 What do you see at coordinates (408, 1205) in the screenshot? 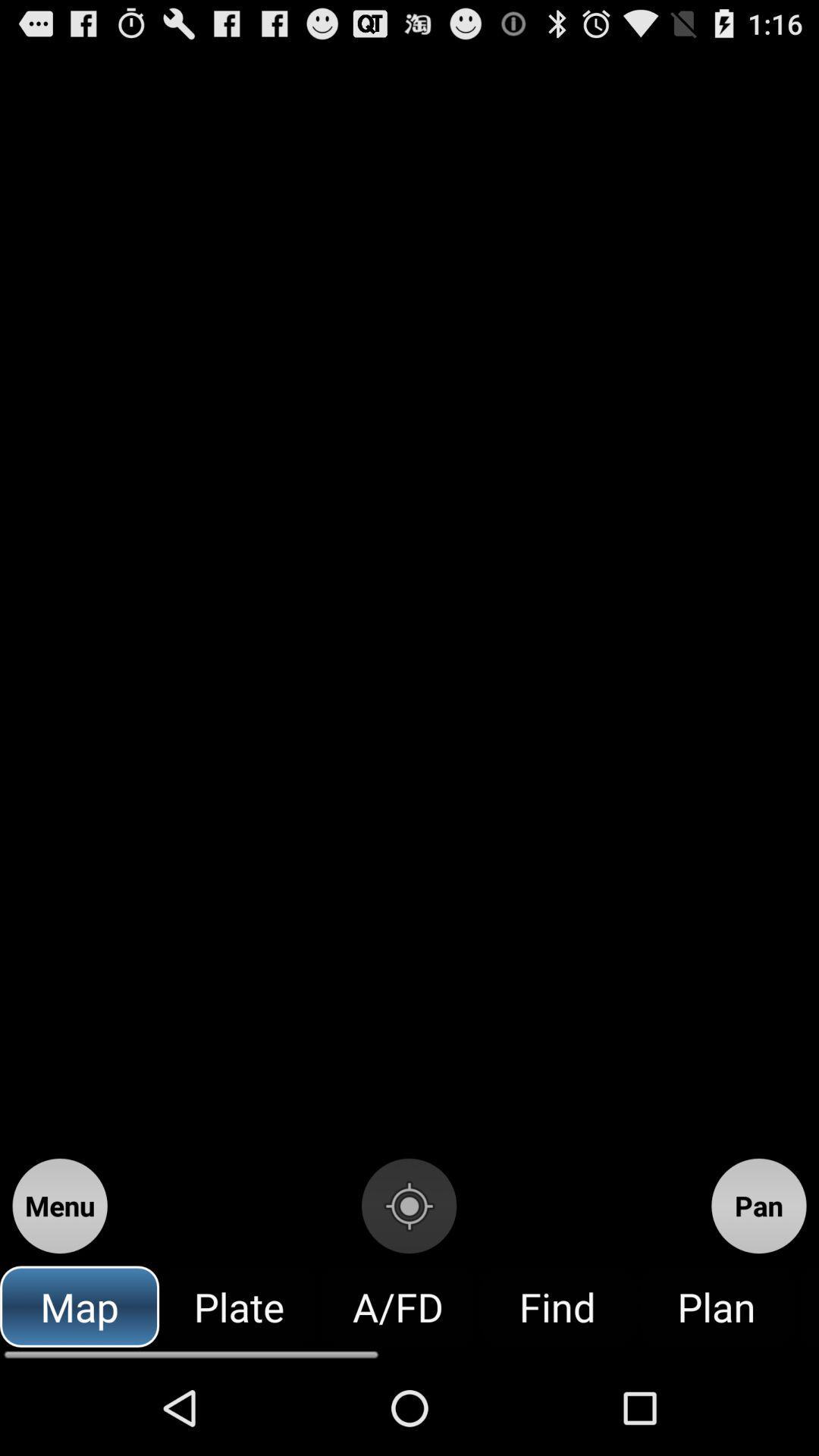
I see `click location` at bounding box center [408, 1205].